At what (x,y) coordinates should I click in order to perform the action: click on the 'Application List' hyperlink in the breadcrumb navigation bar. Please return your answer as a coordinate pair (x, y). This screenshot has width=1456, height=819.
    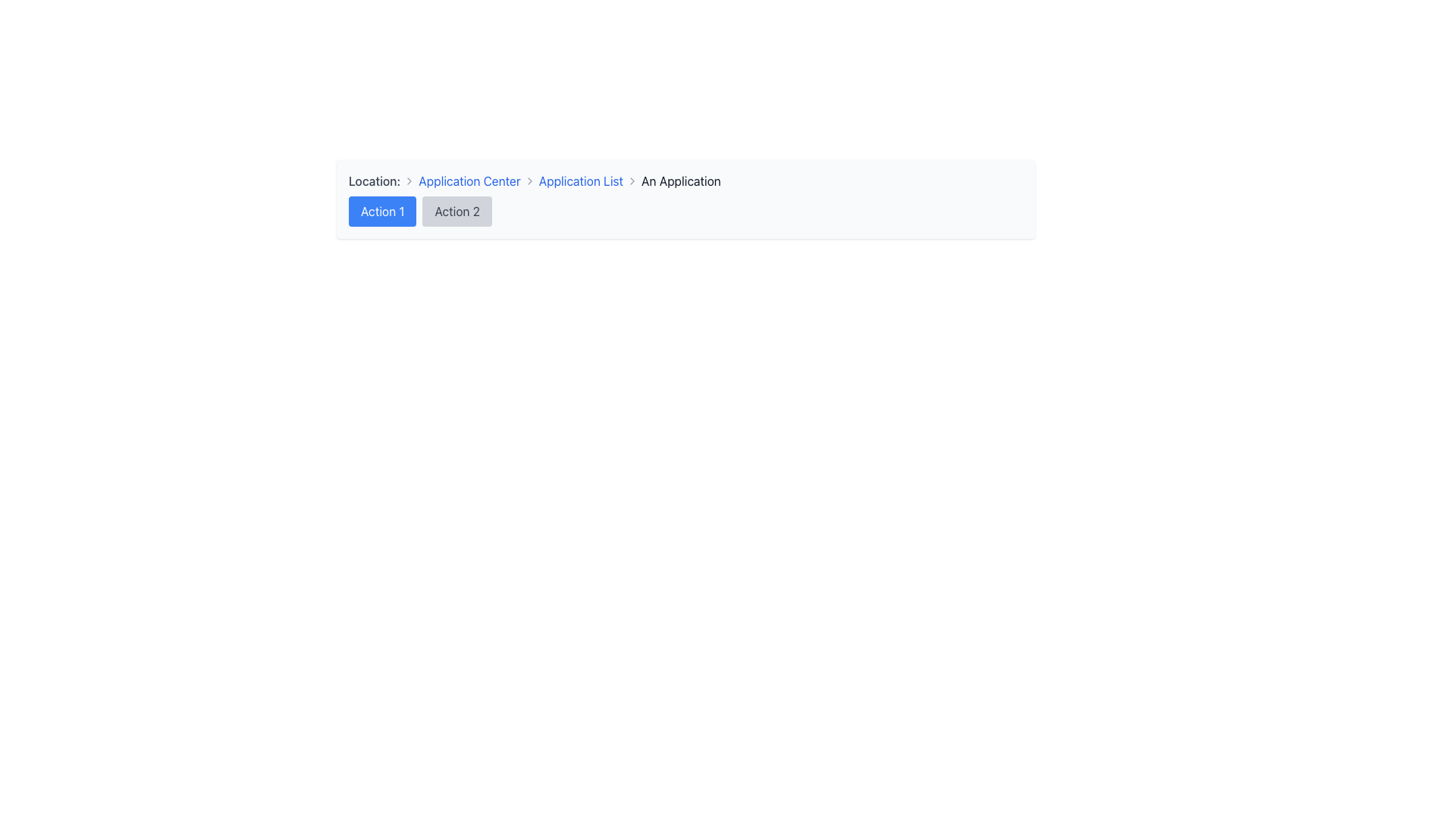
    Looking at the image, I should click on (580, 180).